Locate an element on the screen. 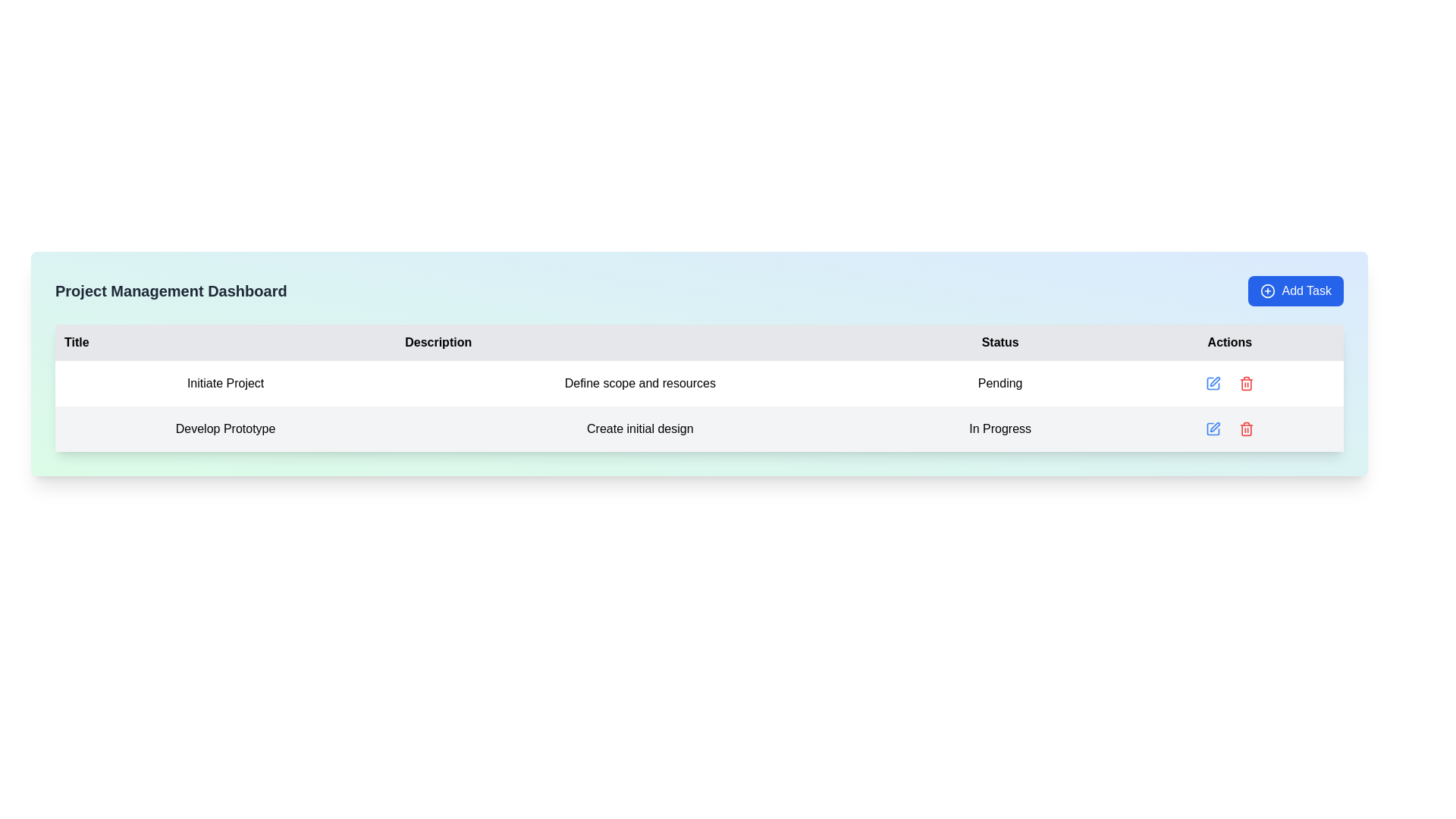 This screenshot has width=1456, height=819. the circular icon within the 'Add Task' button located in the upper-right corner of the interface is located at coordinates (1268, 291).